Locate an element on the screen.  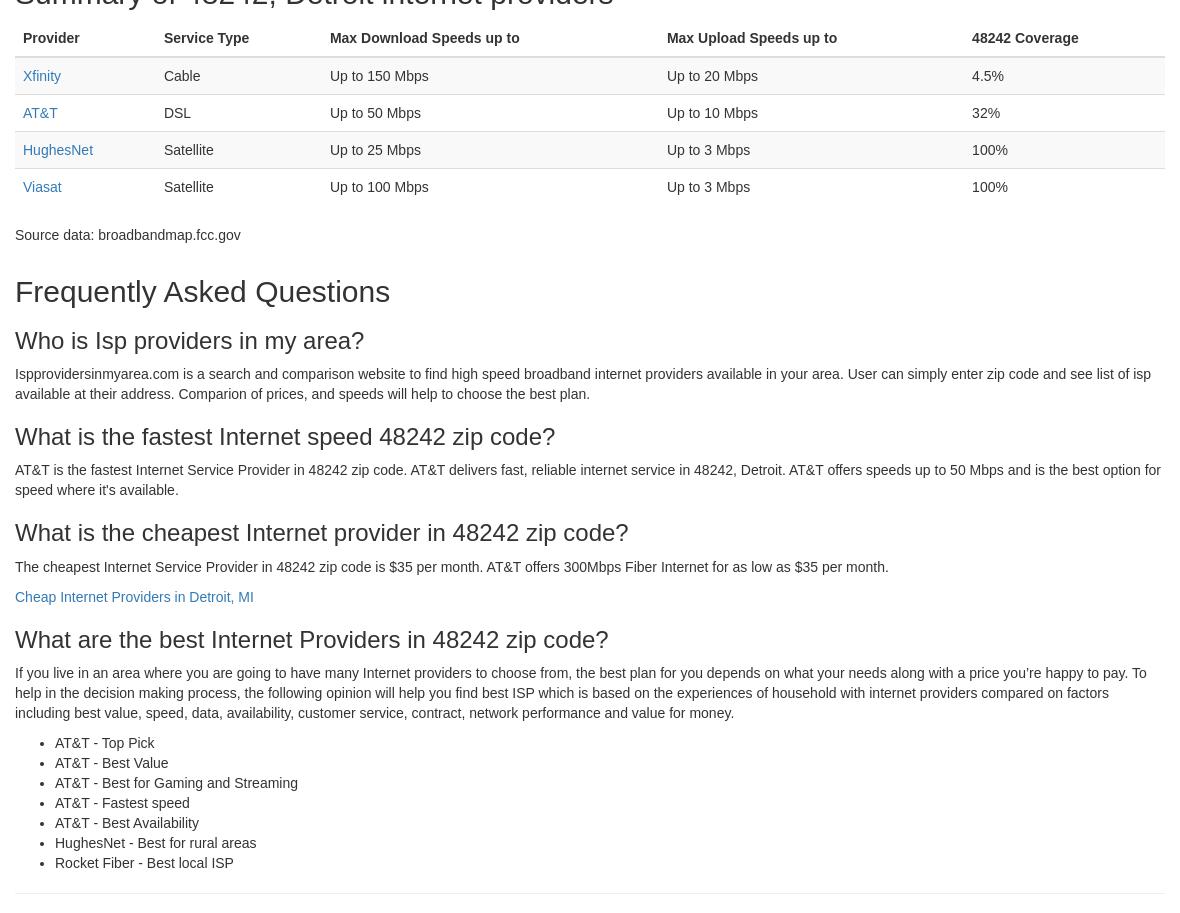
'32%' is located at coordinates (985, 112).